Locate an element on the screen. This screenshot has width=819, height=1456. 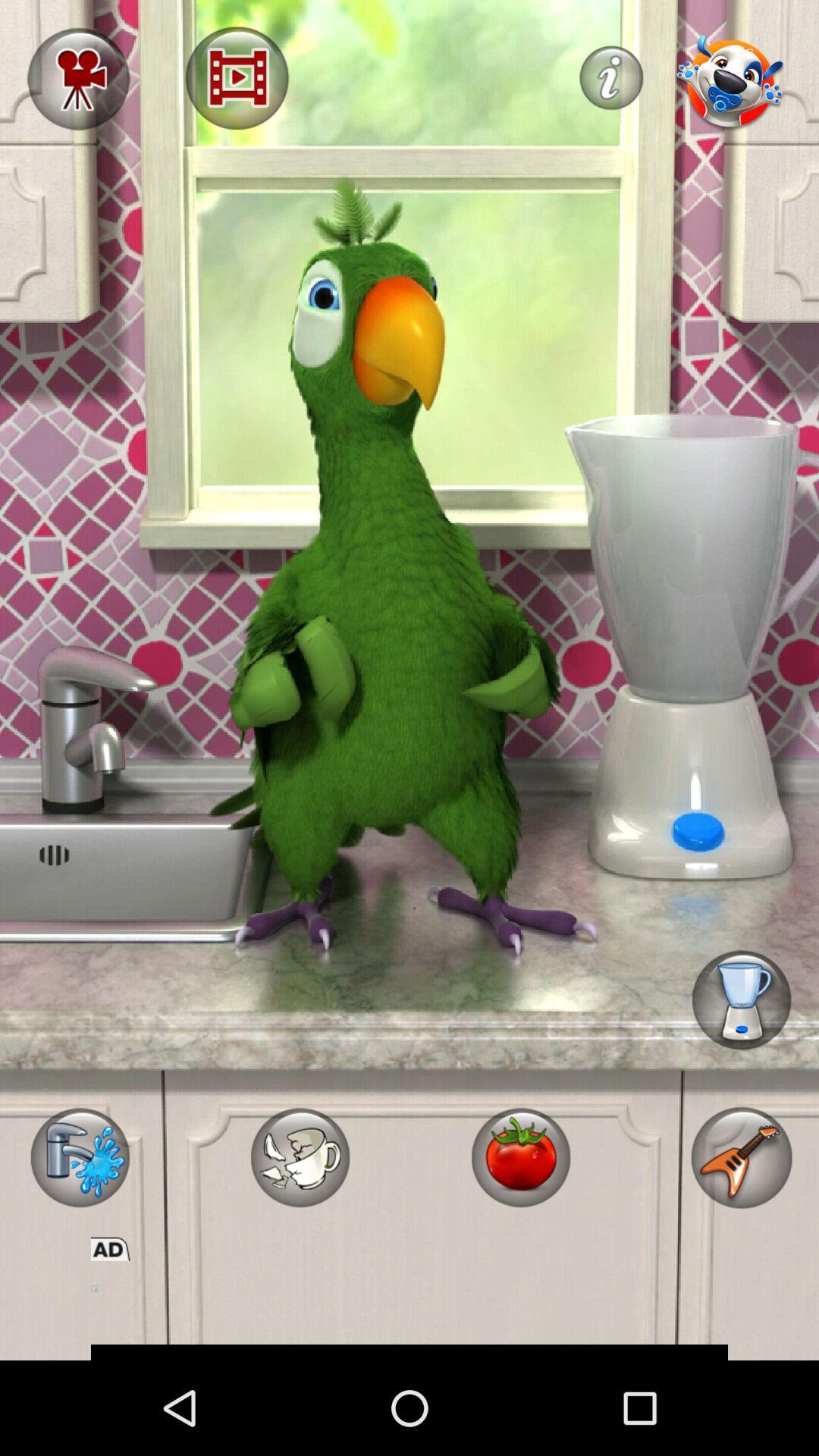
click advertisement is located at coordinates (409, 1310).